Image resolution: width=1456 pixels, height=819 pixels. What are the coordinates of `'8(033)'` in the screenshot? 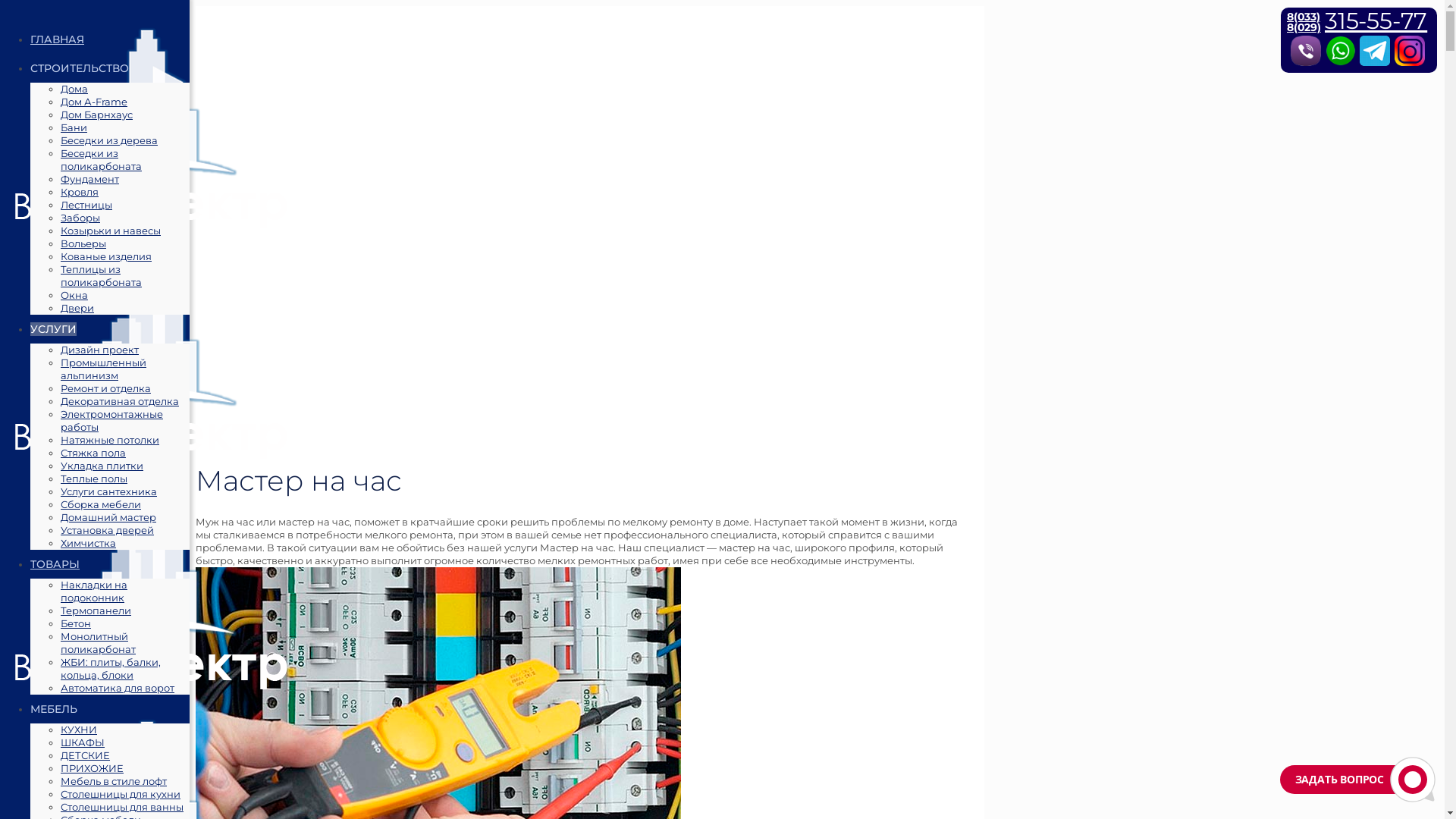 It's located at (1302, 17).